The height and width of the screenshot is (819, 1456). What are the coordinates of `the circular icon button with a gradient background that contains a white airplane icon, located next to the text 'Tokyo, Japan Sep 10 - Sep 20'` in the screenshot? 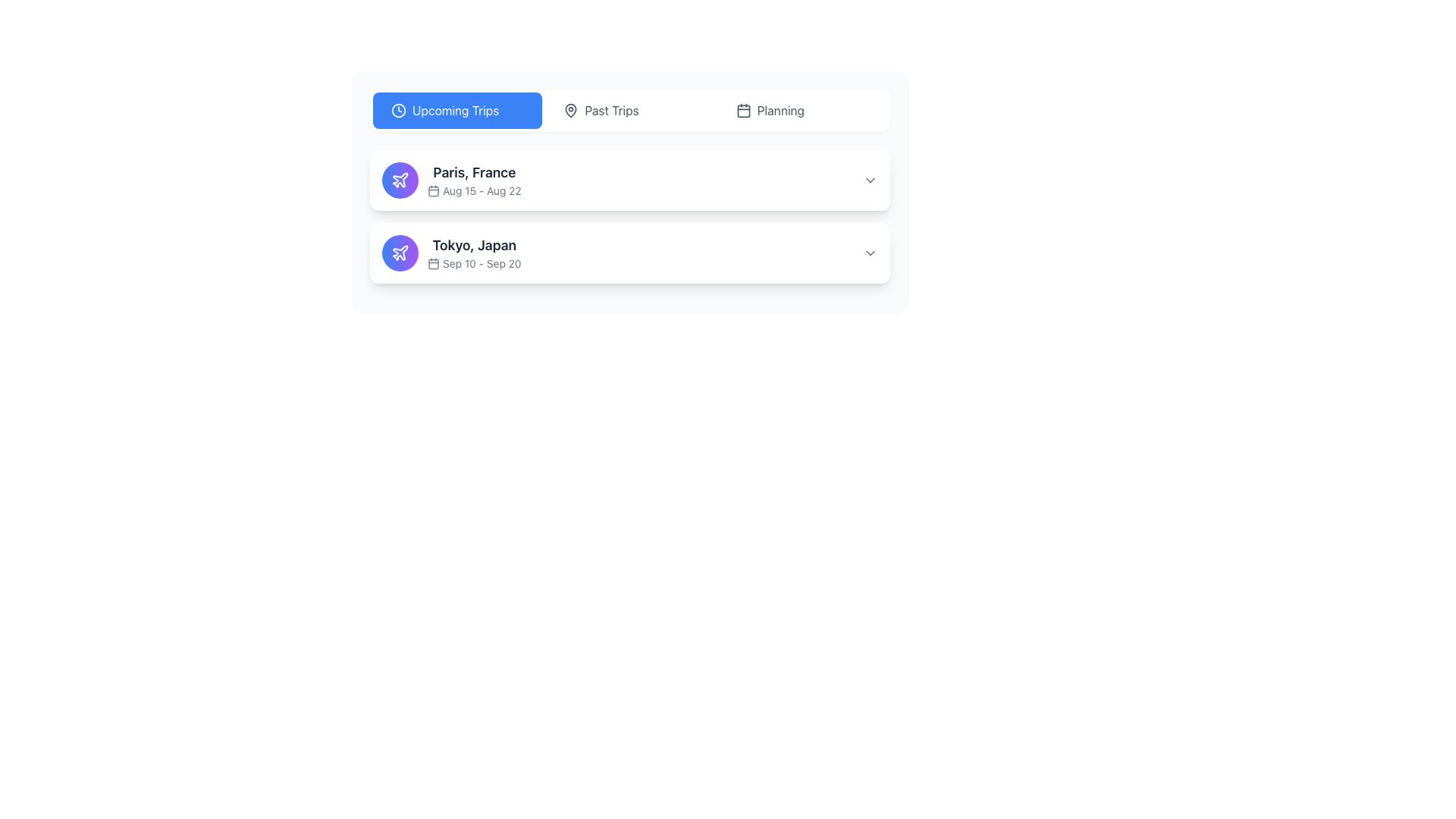 It's located at (400, 253).